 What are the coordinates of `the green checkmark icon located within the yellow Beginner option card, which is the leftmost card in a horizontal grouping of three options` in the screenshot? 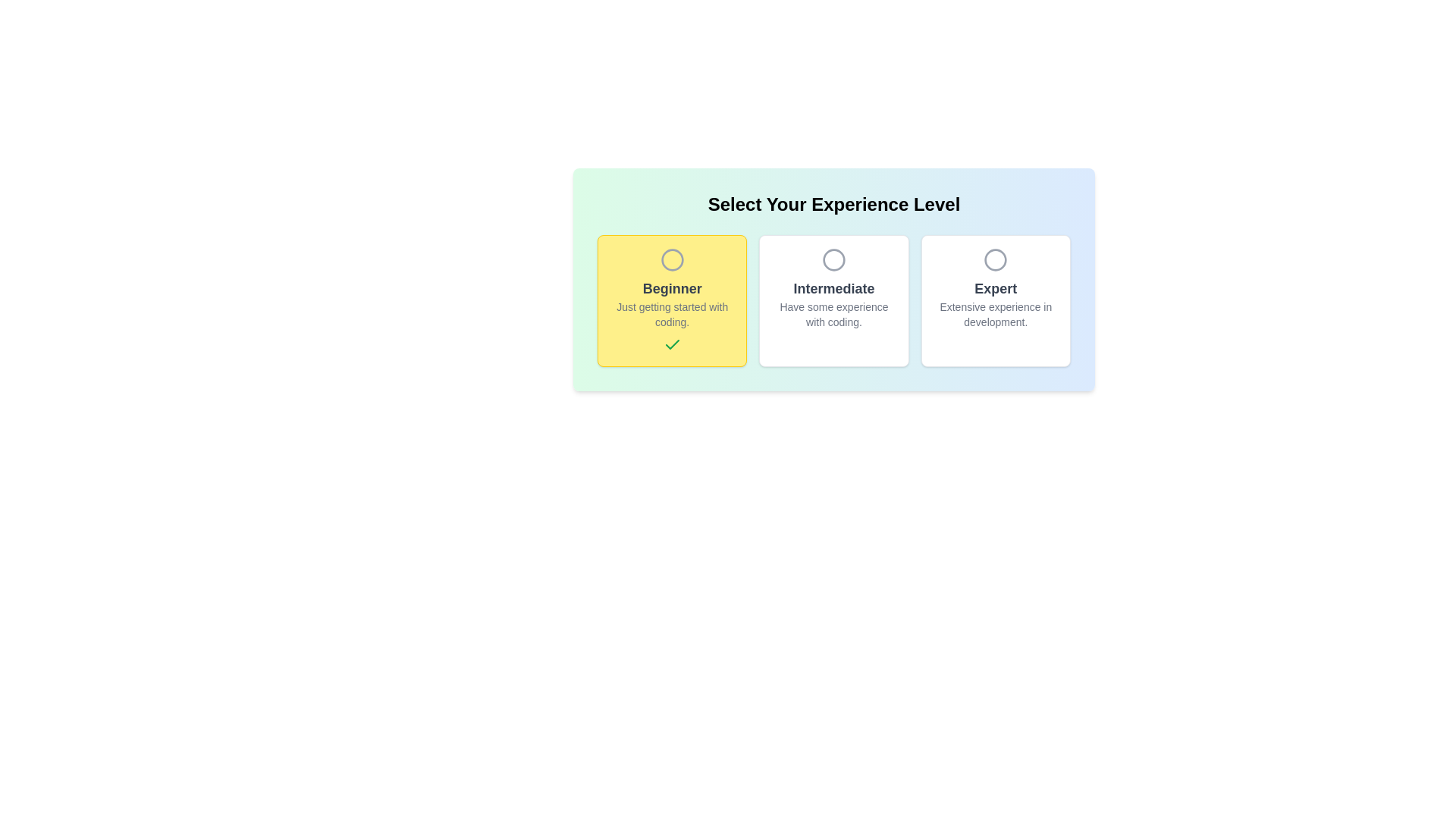 It's located at (671, 344).